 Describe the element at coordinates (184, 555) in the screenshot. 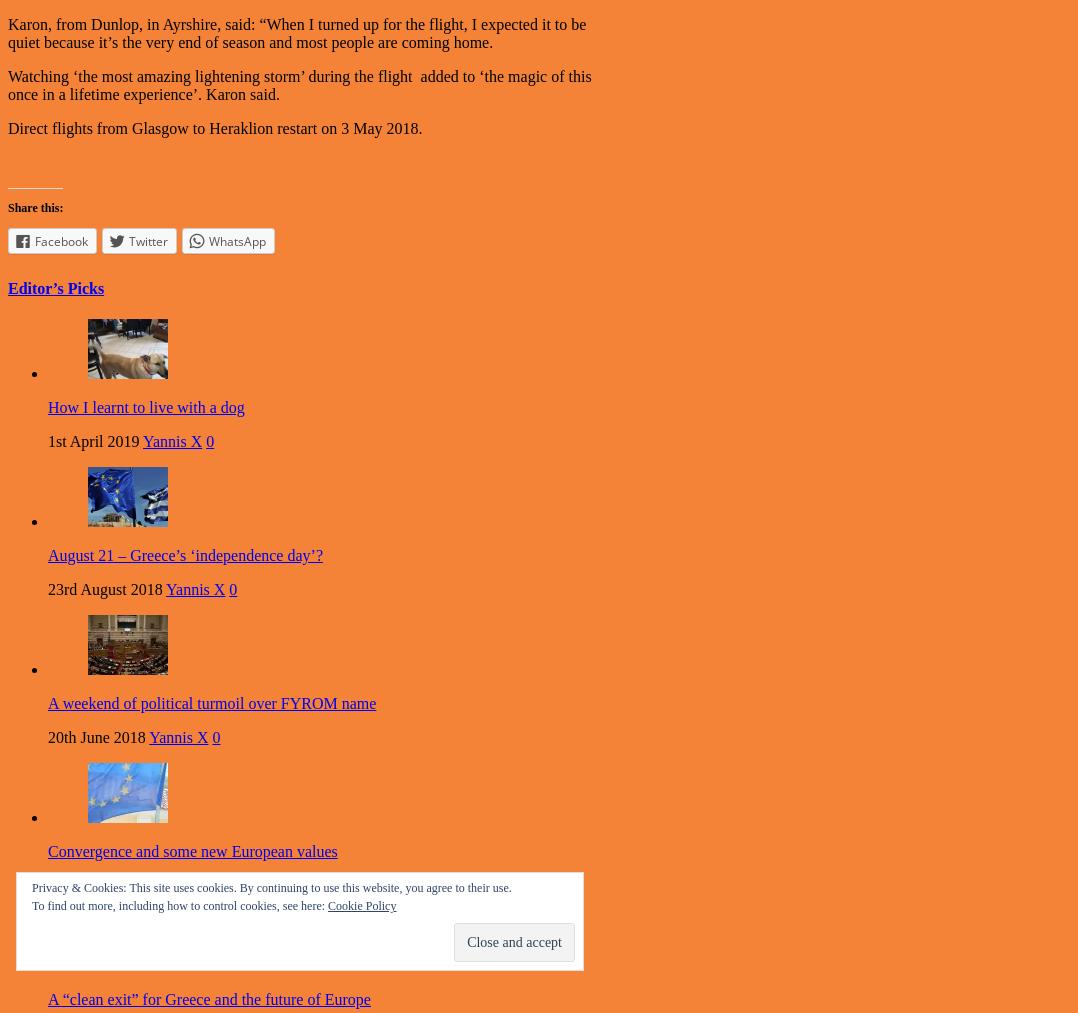

I see `'August 21 – Greece’s ‘independence day’?'` at that location.